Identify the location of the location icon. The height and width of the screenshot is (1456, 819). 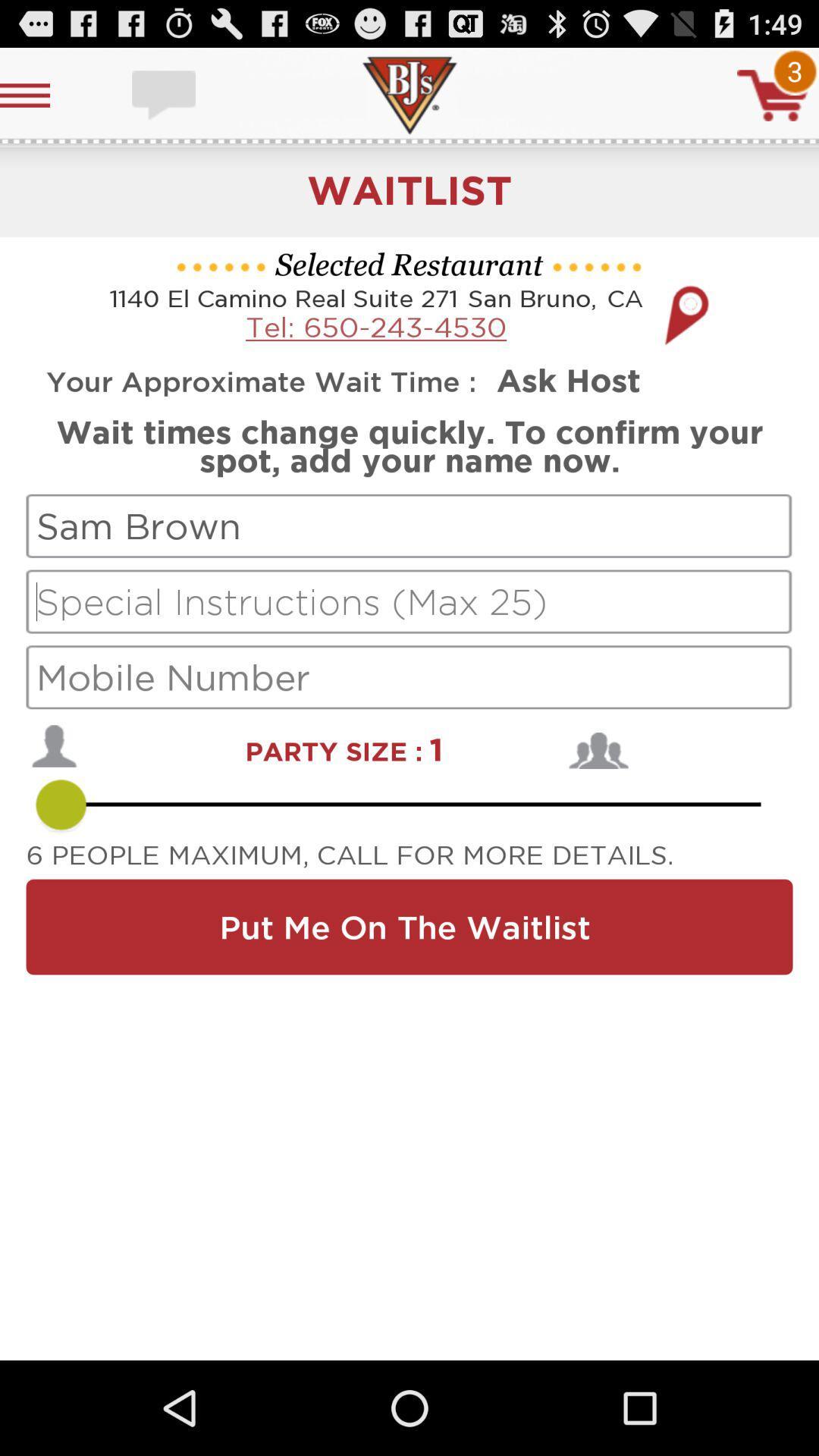
(686, 337).